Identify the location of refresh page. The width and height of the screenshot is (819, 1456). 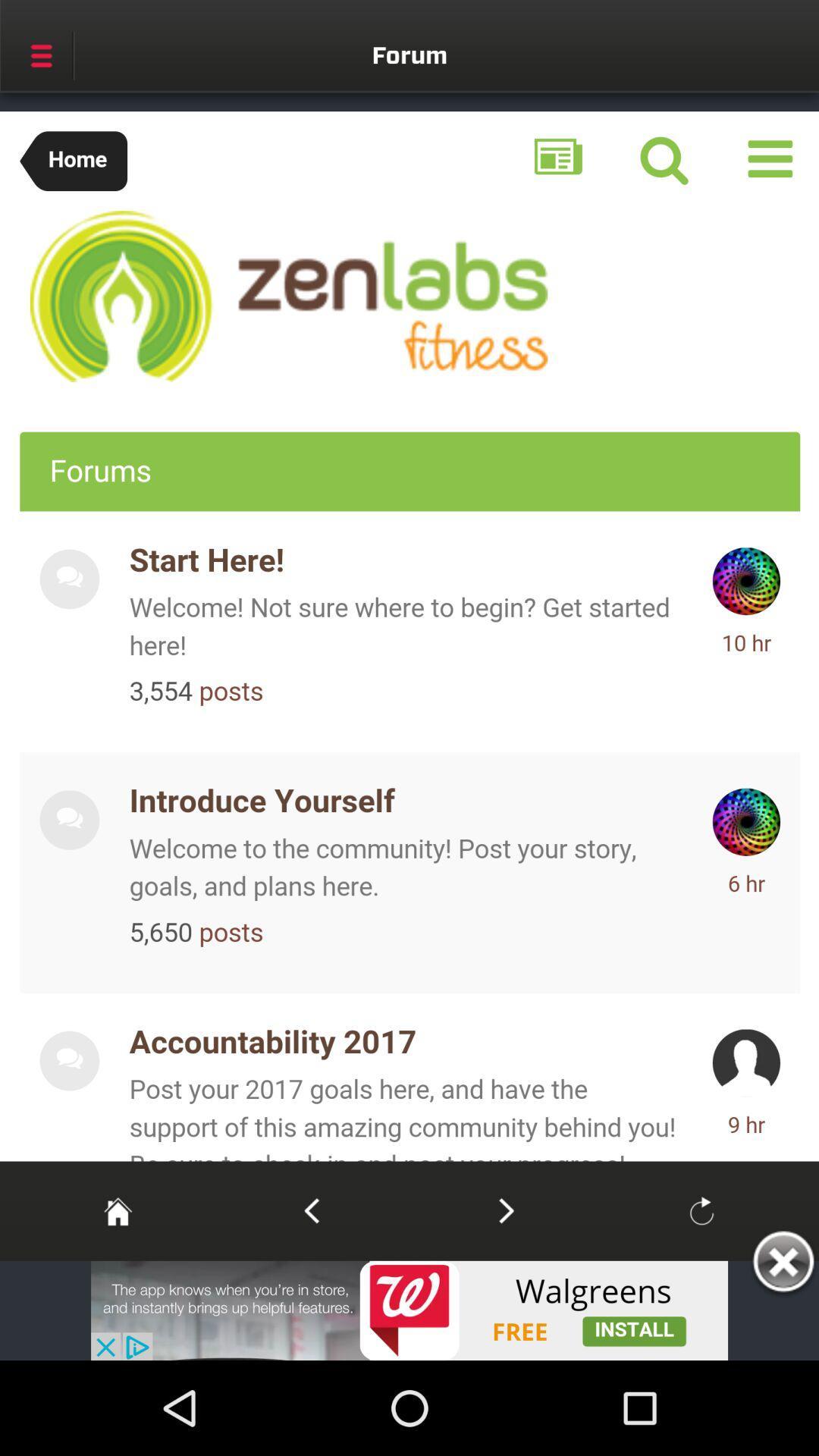
(701, 1210).